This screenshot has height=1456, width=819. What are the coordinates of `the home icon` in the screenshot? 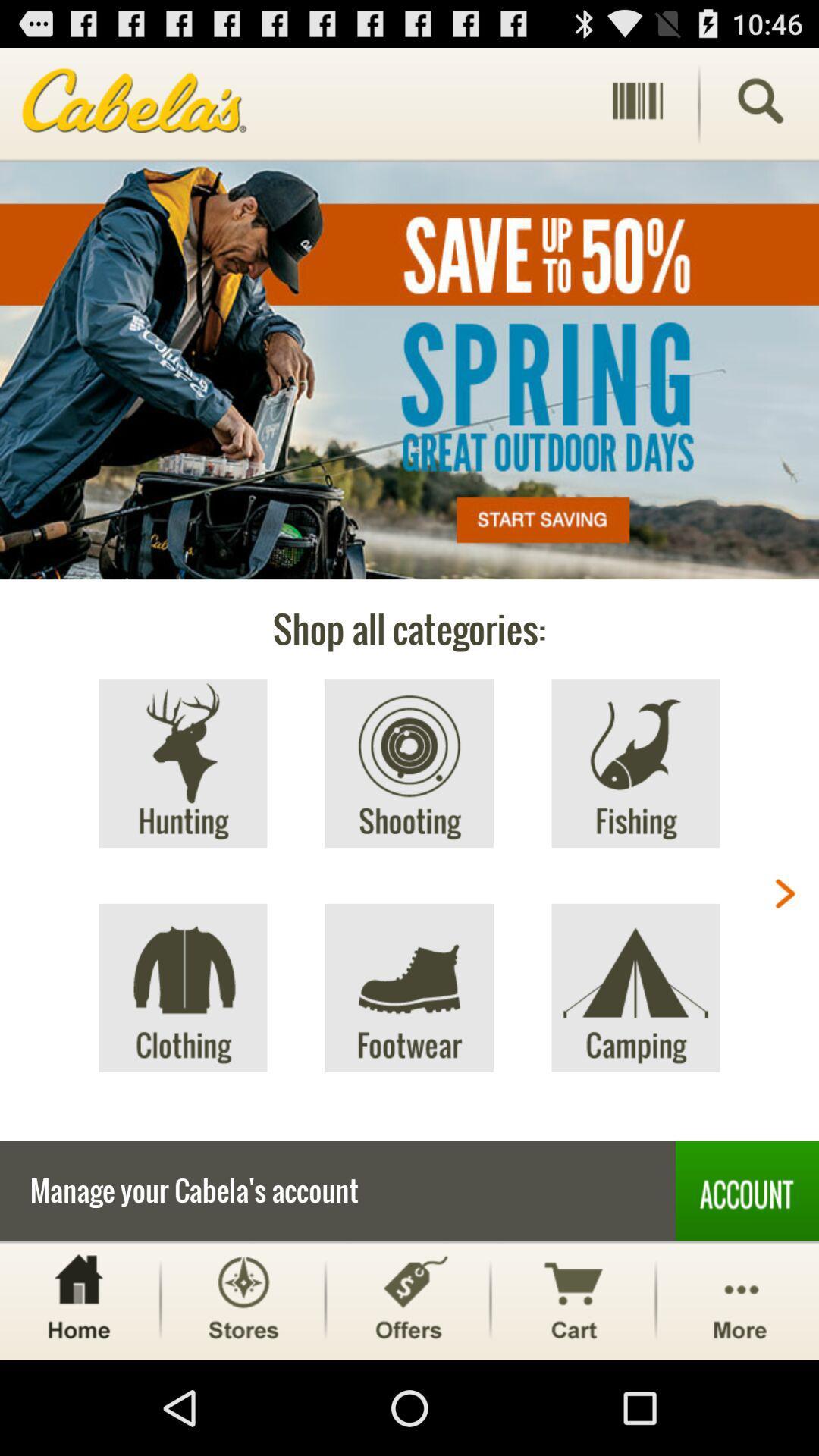 It's located at (78, 1392).